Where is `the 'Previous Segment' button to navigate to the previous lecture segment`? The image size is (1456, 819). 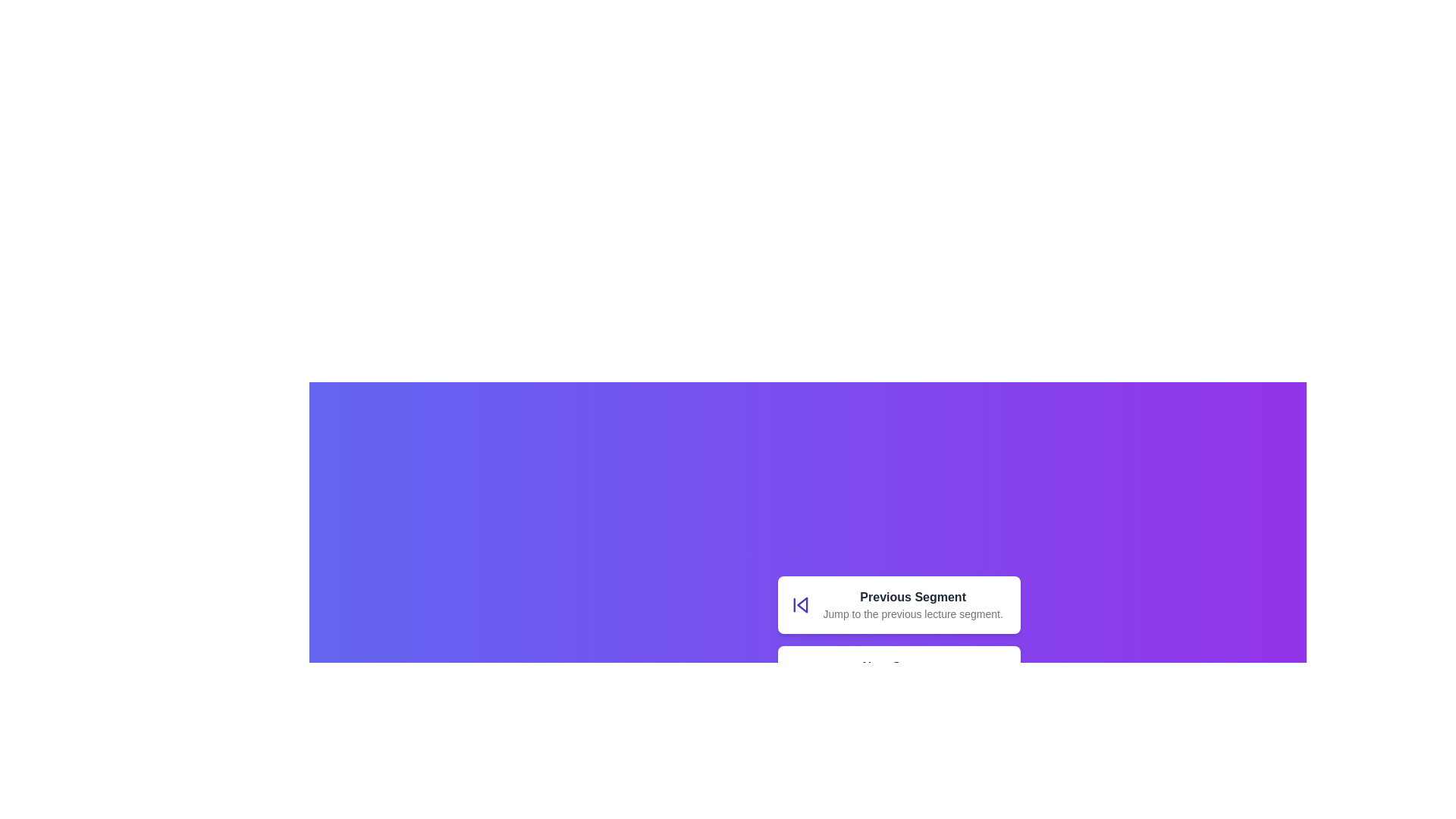
the 'Previous Segment' button to navigate to the previous lecture segment is located at coordinates (799, 604).